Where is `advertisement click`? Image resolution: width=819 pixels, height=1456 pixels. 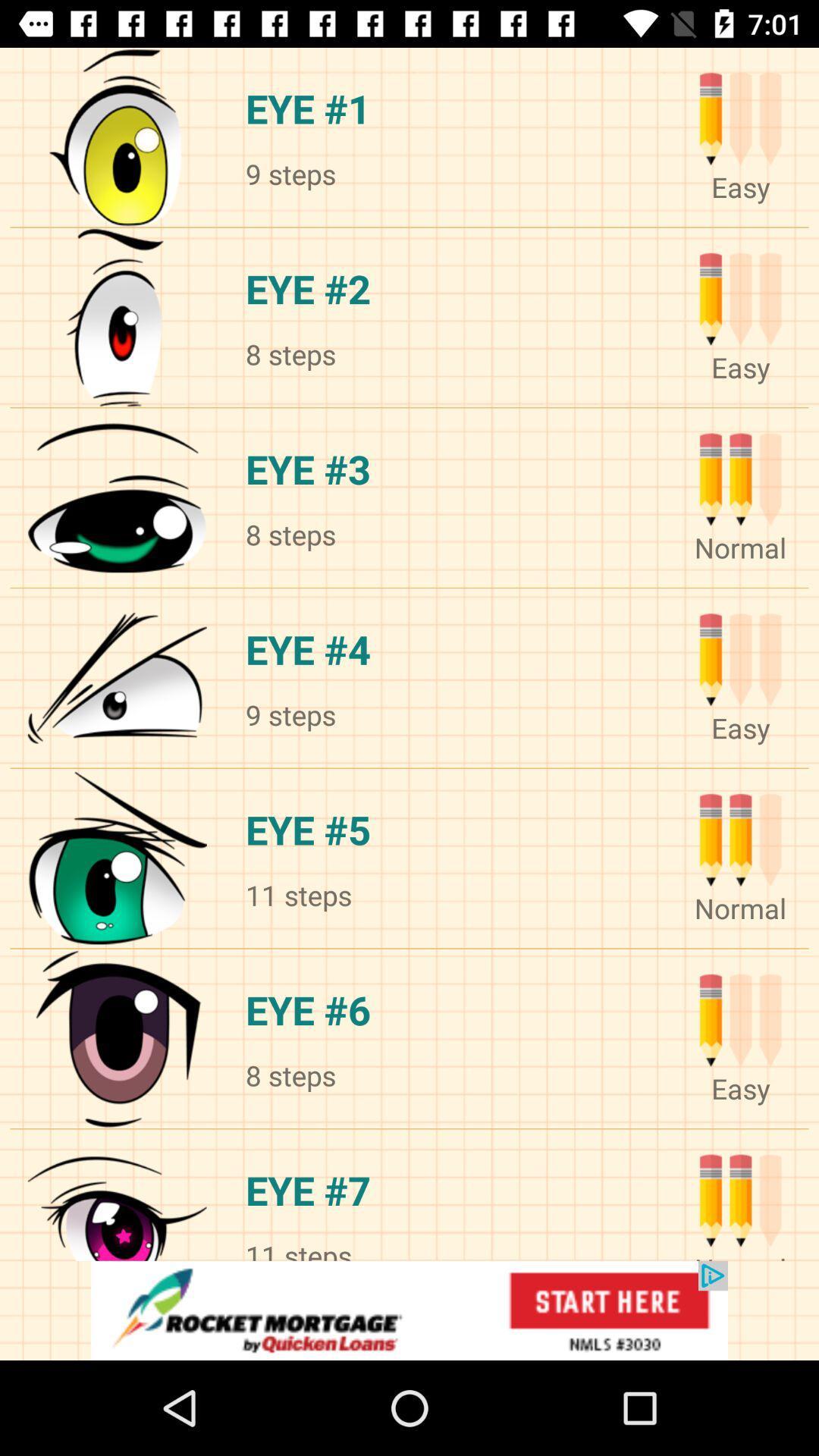 advertisement click is located at coordinates (409, 1310).